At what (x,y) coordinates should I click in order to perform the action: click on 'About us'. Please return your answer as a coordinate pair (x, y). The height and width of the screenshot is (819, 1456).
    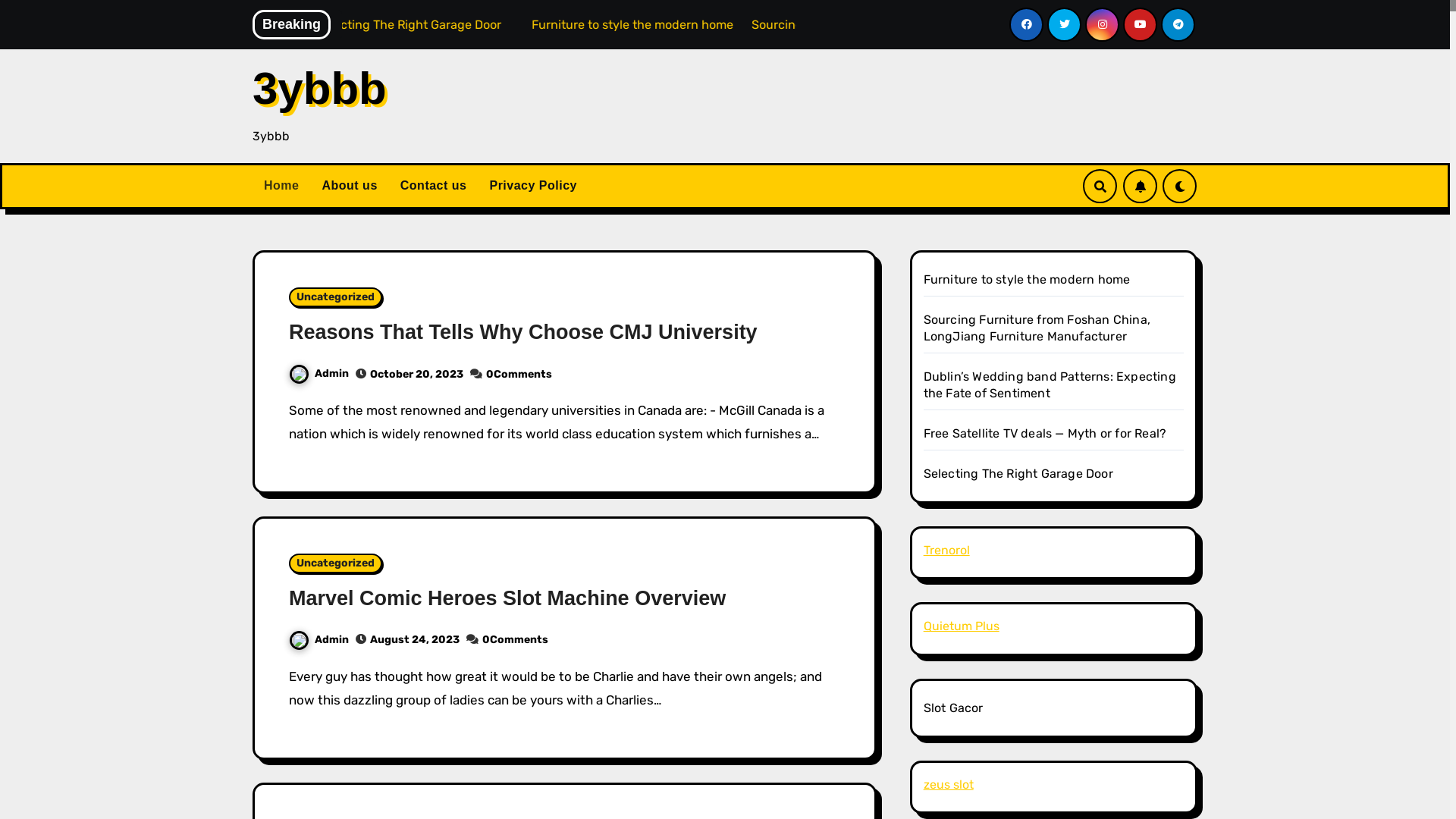
    Looking at the image, I should click on (348, 185).